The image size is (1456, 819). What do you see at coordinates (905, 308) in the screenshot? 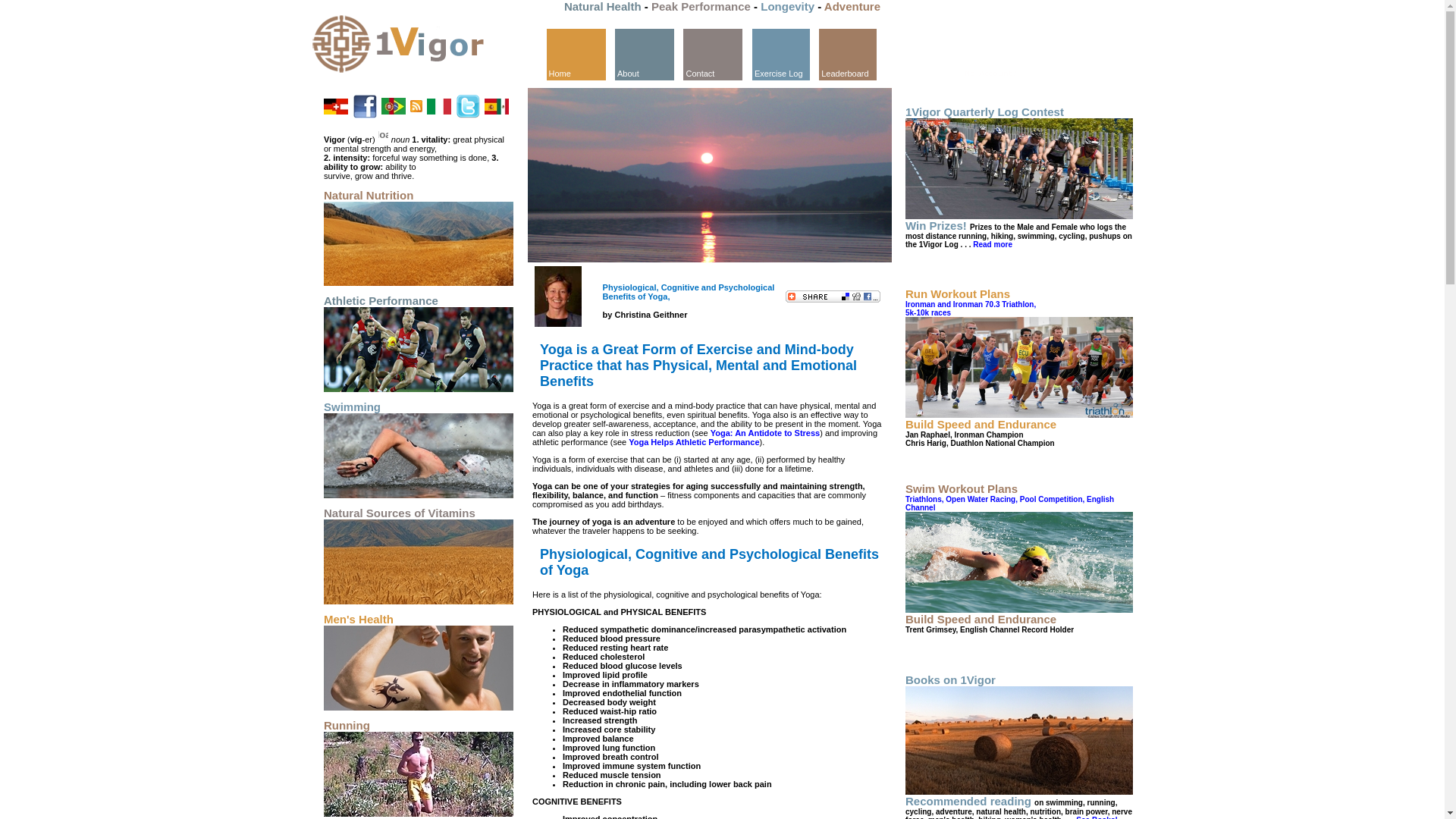
I see `'Ironman and Ironman 70.3 Triathlon,` at bounding box center [905, 308].